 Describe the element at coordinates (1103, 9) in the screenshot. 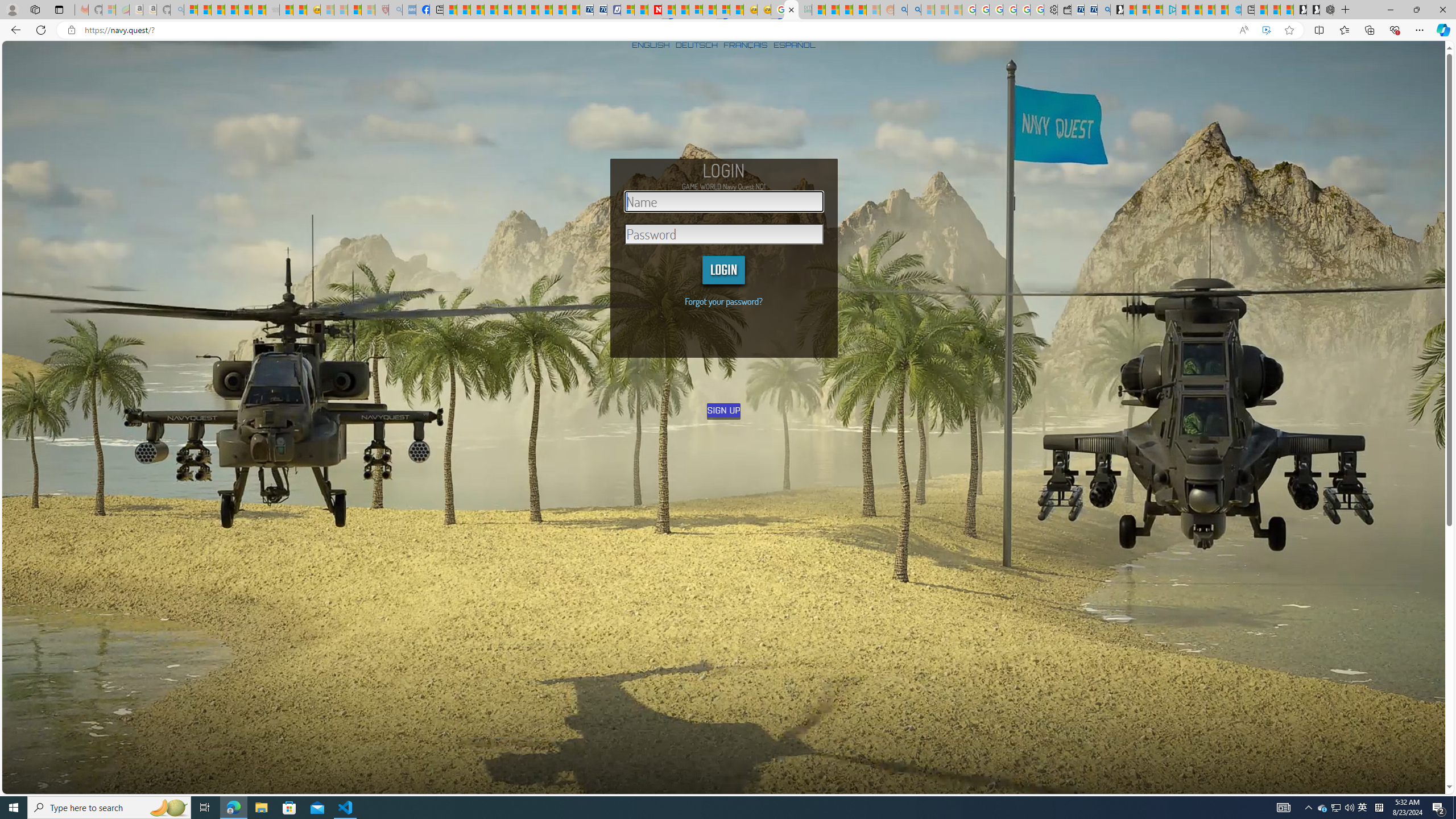

I see `'Bing Real Estate - Home sales and rental listings'` at that location.